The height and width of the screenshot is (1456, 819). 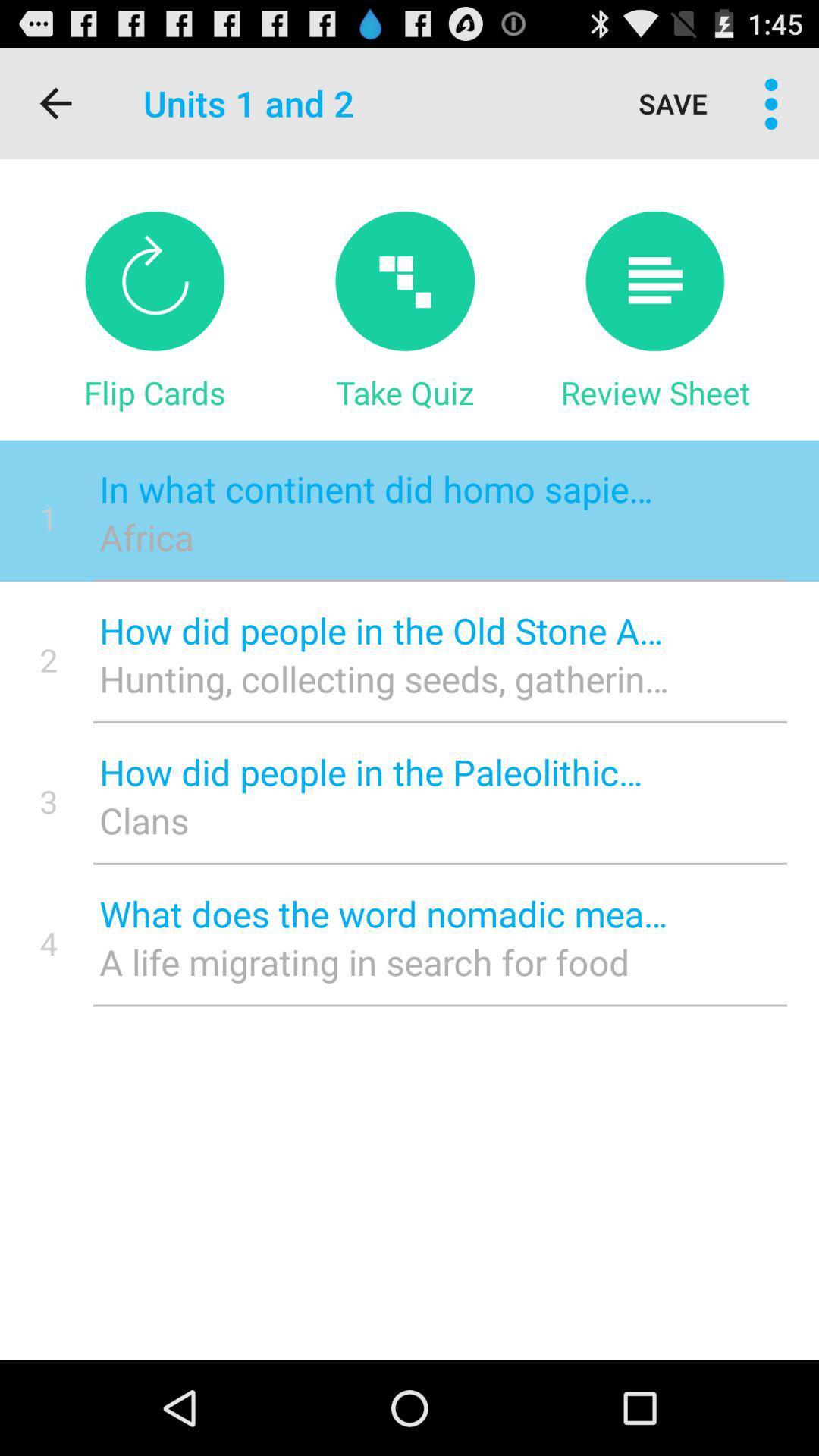 I want to click on take quiz, so click(x=404, y=281).